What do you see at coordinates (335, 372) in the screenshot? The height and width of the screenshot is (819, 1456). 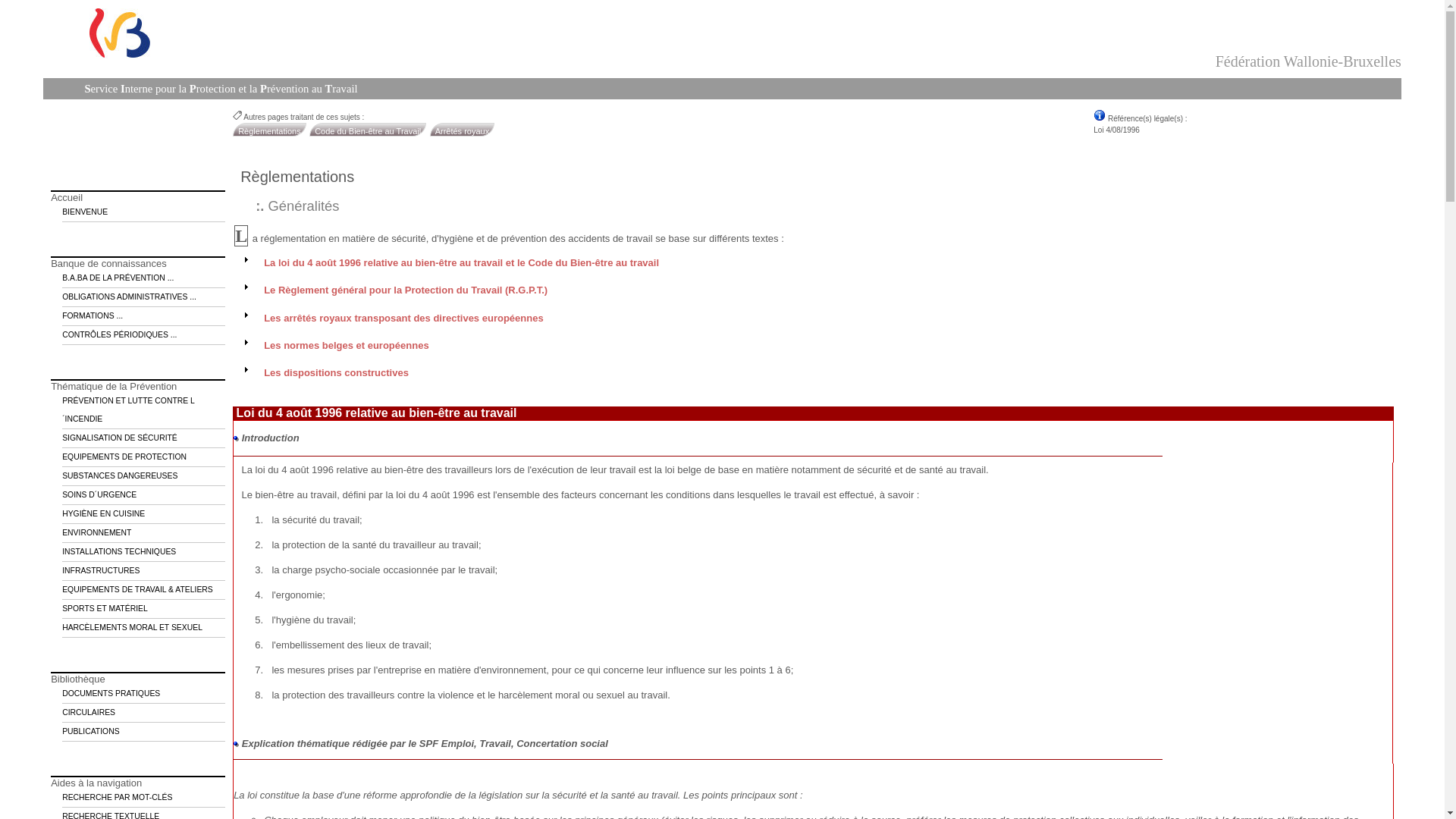 I see `'Les dispositions constructives'` at bounding box center [335, 372].